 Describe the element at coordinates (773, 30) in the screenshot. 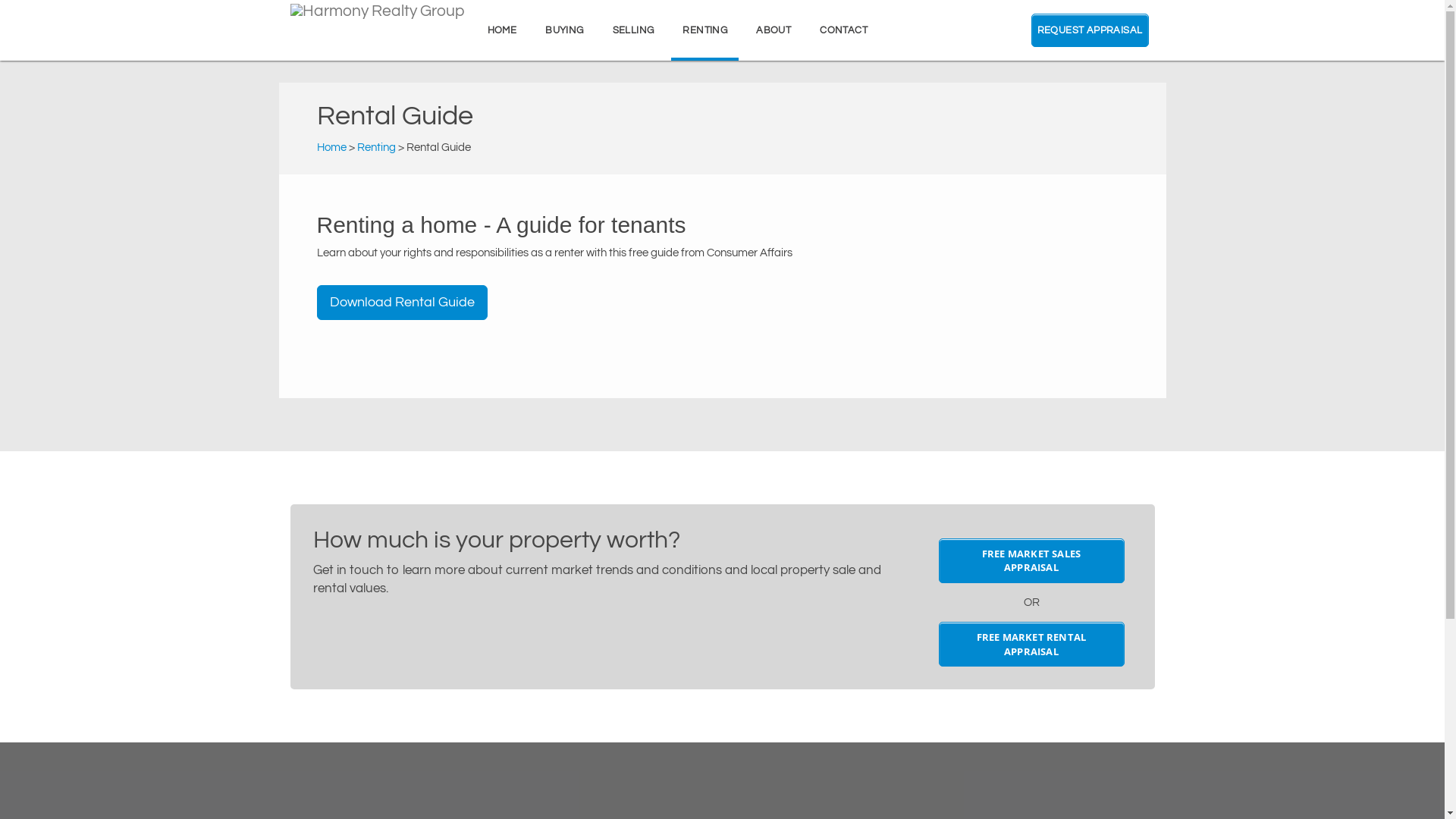

I see `'ABOUT'` at that location.